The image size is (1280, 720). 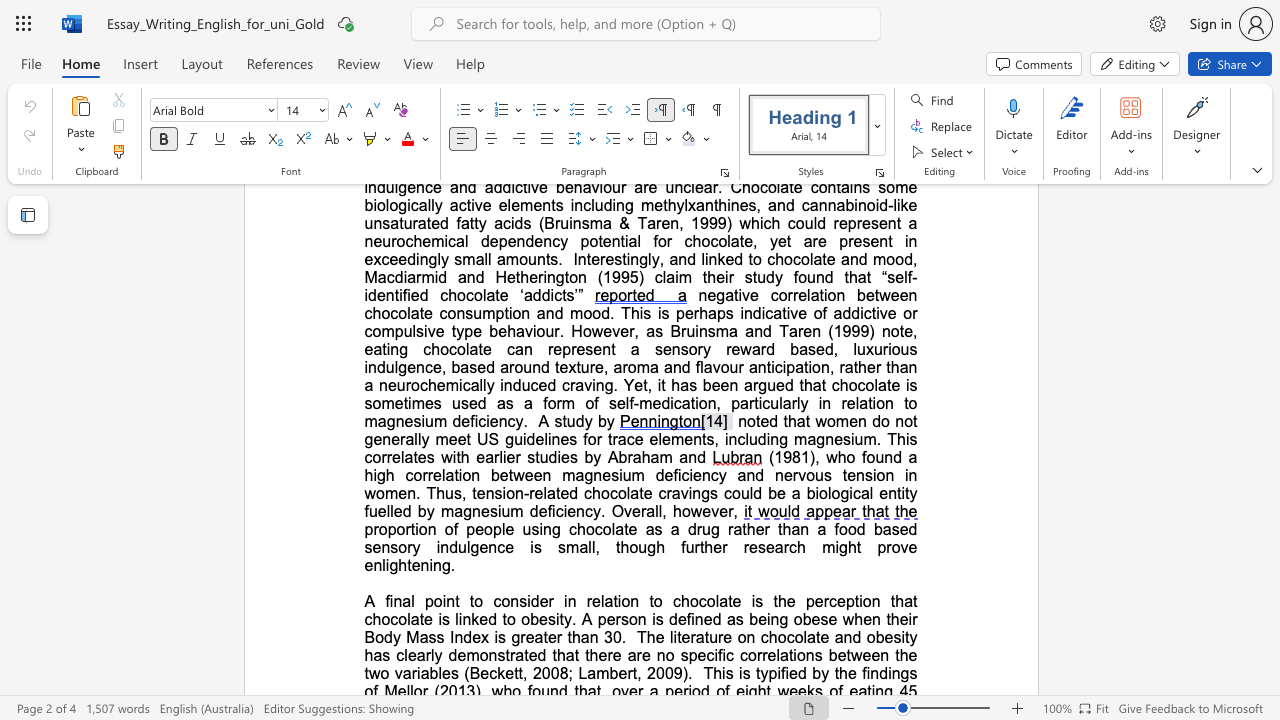 I want to click on the subset text "al" within the text "A final point", so click(x=401, y=600).